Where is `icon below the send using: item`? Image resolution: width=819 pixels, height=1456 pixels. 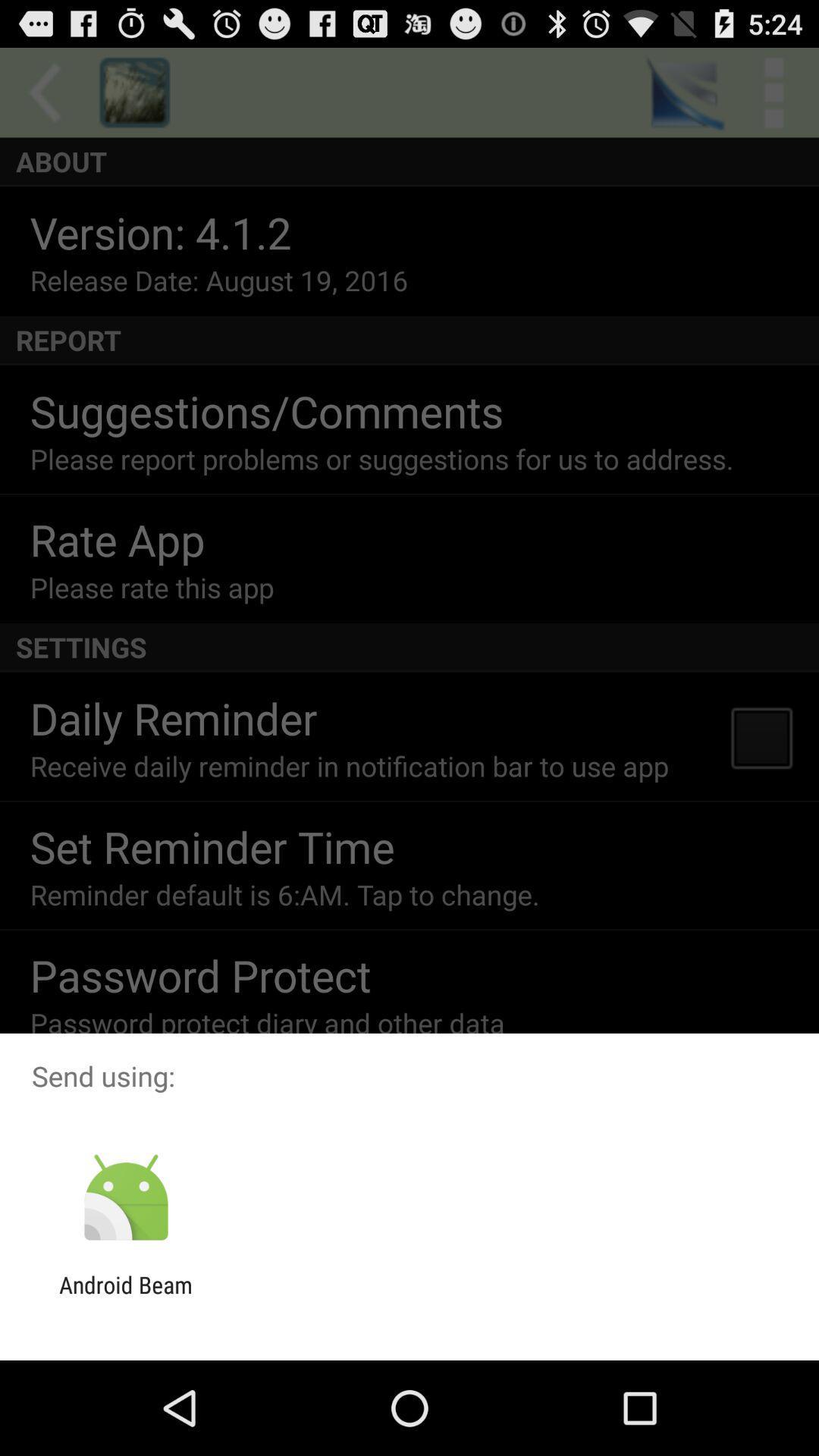 icon below the send using: item is located at coordinates (125, 1197).